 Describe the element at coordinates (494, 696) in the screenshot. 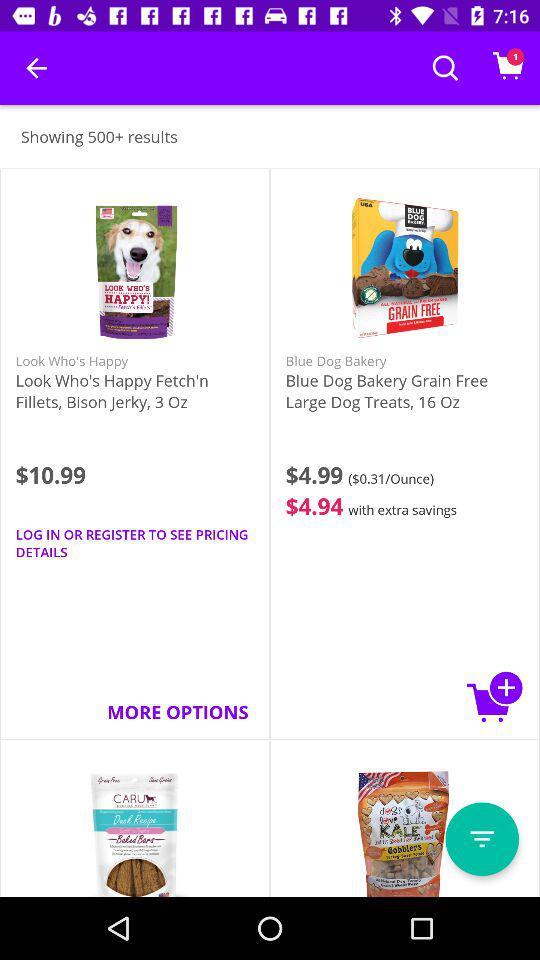

I see `icon to the right of the more options` at that location.